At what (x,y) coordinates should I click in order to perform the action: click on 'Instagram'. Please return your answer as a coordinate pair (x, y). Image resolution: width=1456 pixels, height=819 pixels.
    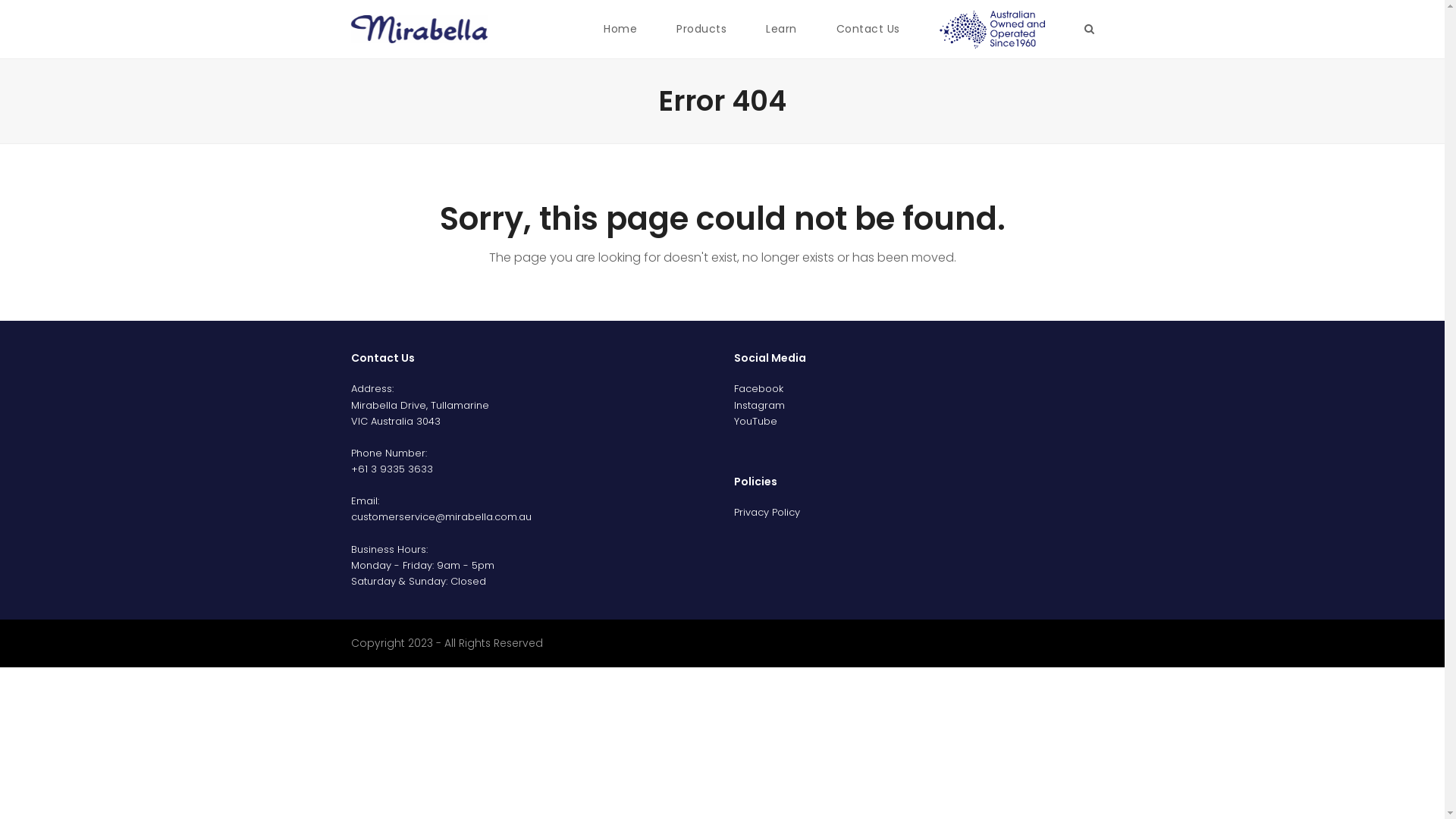
    Looking at the image, I should click on (759, 404).